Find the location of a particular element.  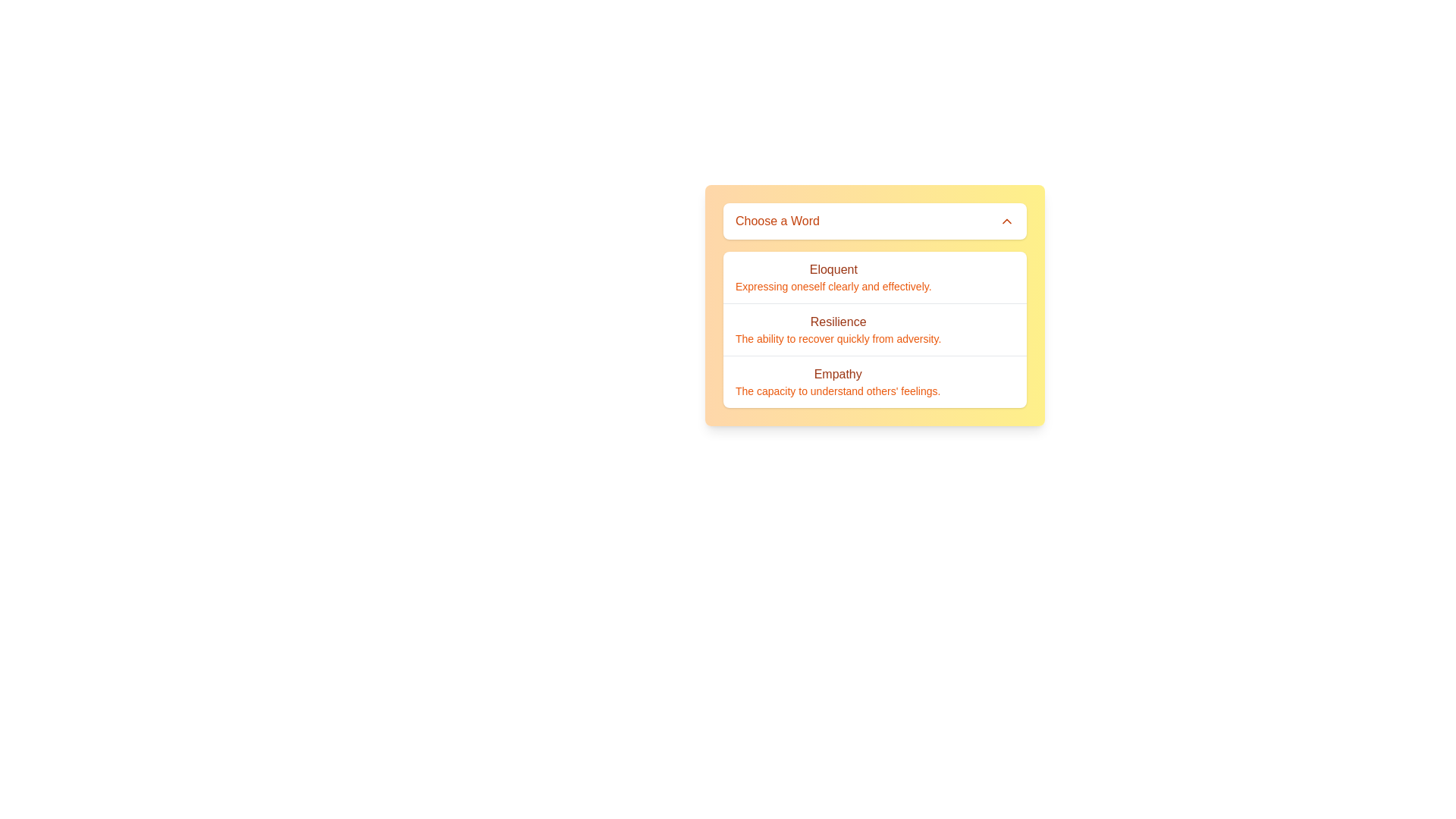

the selectable option for 'Empathy' in the list is located at coordinates (874, 381).